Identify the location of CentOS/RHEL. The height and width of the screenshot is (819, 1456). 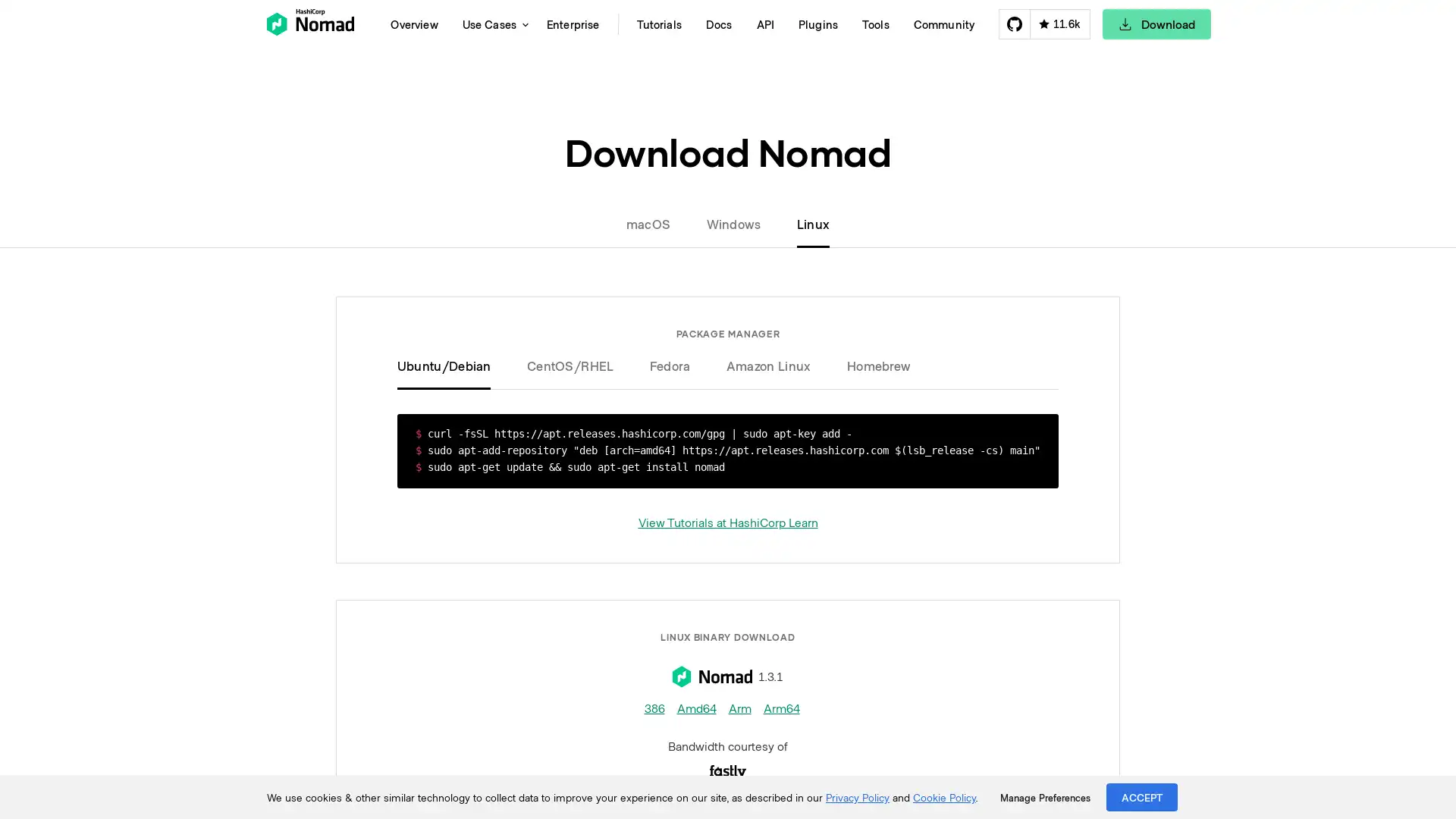
(570, 366).